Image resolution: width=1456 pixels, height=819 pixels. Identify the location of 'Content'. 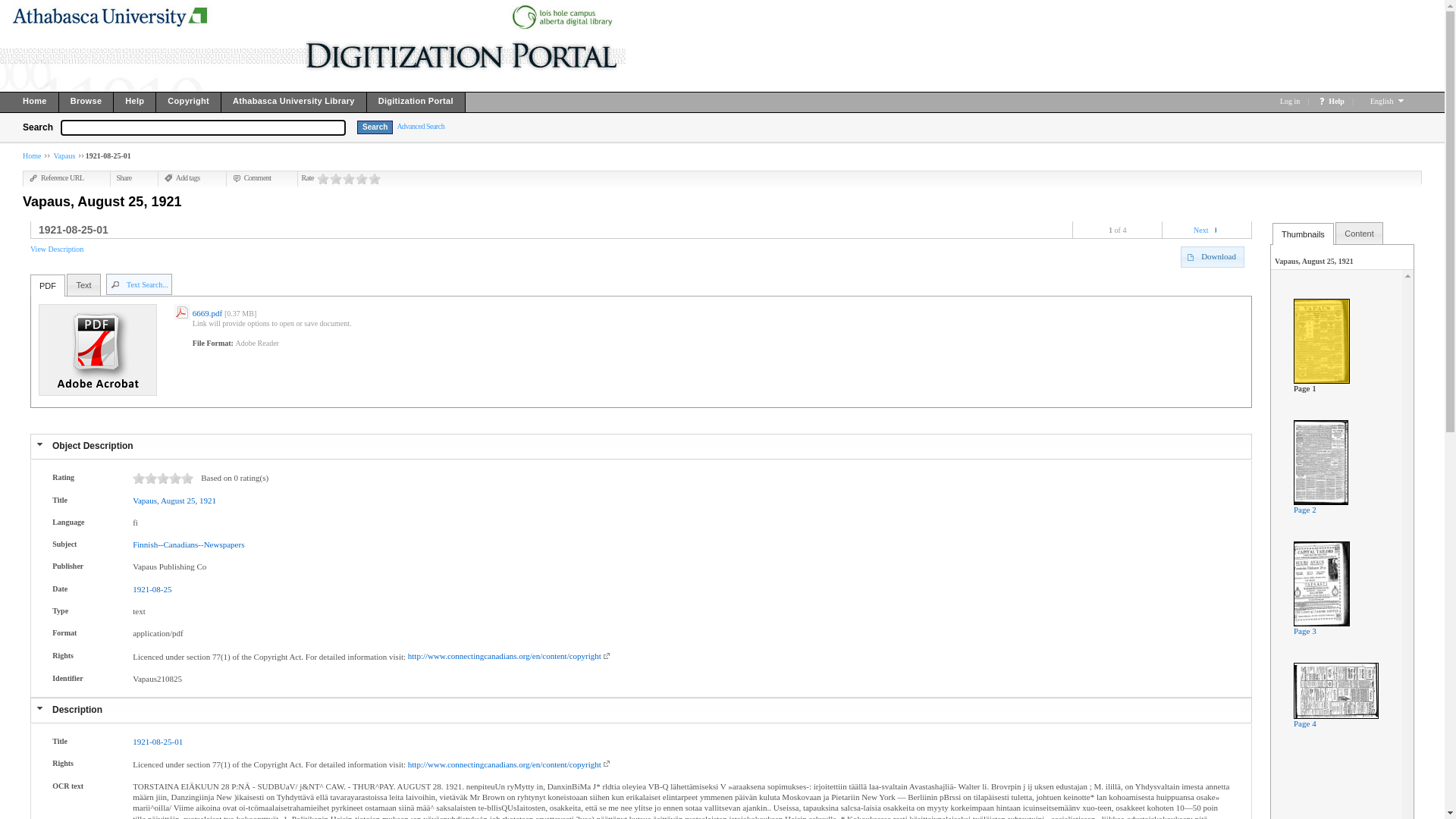
(1359, 234).